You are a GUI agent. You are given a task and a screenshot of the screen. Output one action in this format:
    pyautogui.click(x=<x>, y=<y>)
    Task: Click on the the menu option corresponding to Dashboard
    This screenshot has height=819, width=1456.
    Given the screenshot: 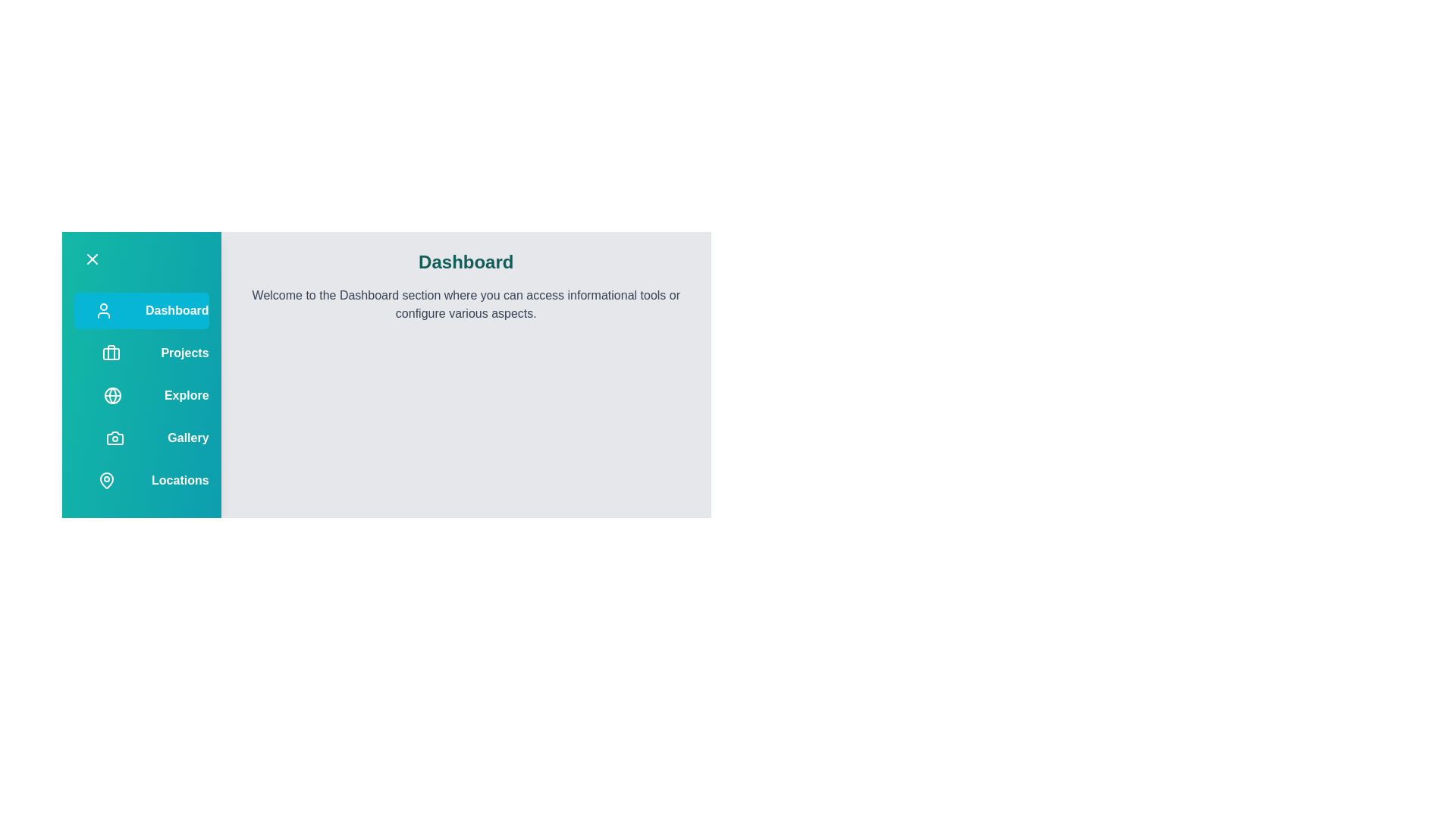 What is the action you would take?
    pyautogui.click(x=103, y=309)
    